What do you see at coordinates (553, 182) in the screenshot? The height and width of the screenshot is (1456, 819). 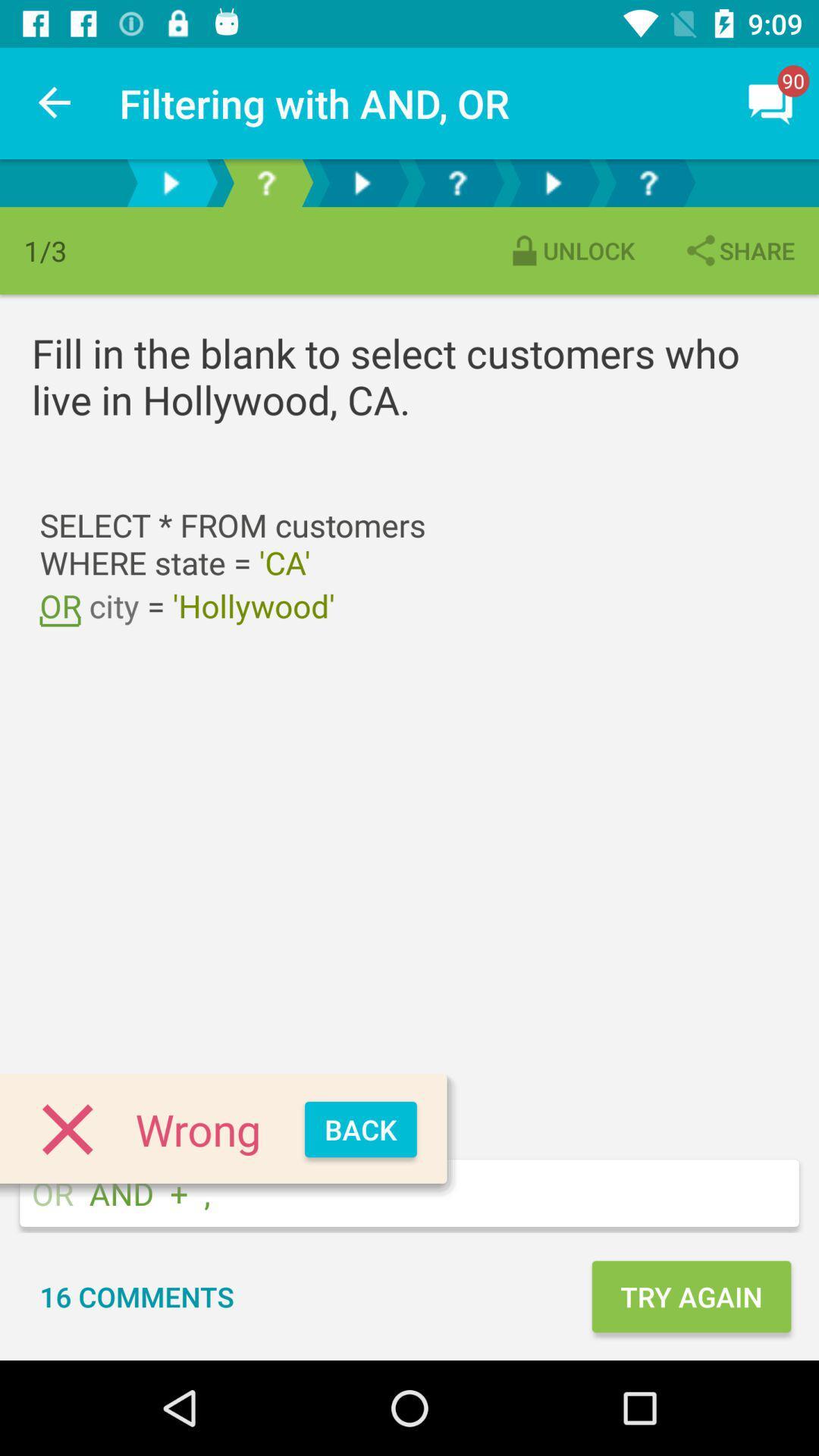 I see `fifth breadcrumb` at bounding box center [553, 182].